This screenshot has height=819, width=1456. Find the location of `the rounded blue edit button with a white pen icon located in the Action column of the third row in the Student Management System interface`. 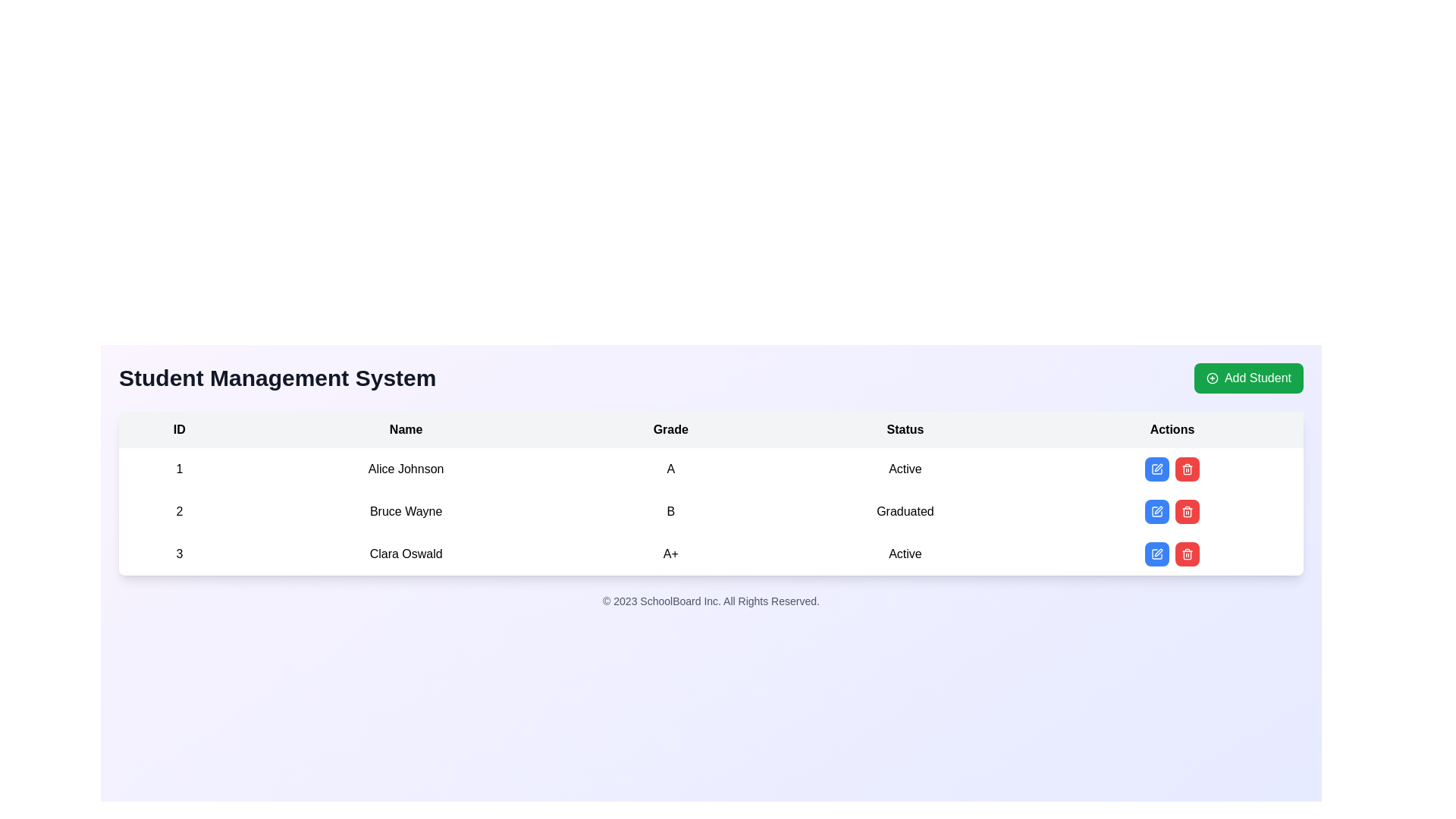

the rounded blue edit button with a white pen icon located in the Action column of the third row in the Student Management System interface is located at coordinates (1156, 554).